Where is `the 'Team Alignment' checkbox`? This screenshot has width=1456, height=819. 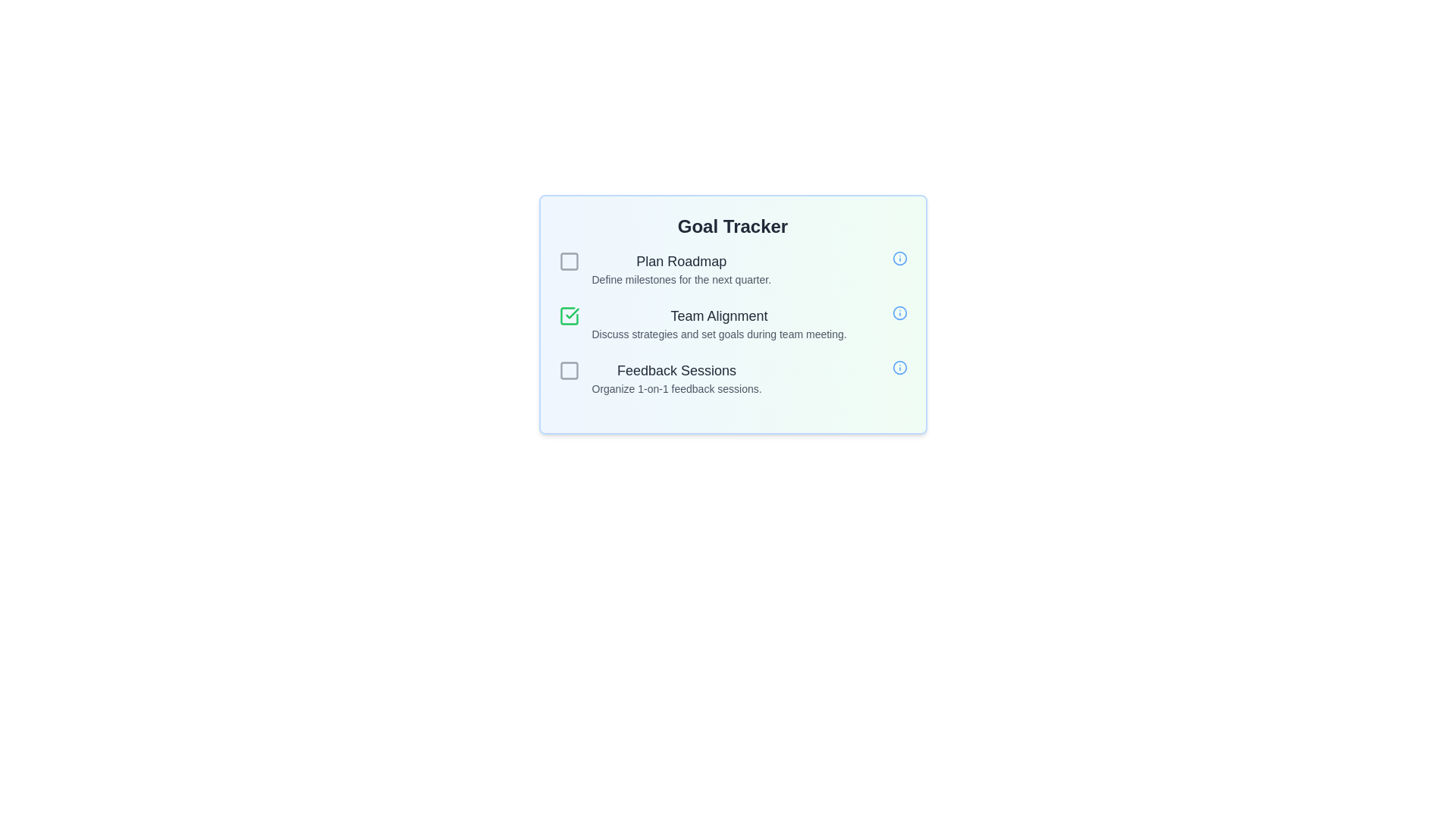 the 'Team Alignment' checkbox is located at coordinates (568, 315).